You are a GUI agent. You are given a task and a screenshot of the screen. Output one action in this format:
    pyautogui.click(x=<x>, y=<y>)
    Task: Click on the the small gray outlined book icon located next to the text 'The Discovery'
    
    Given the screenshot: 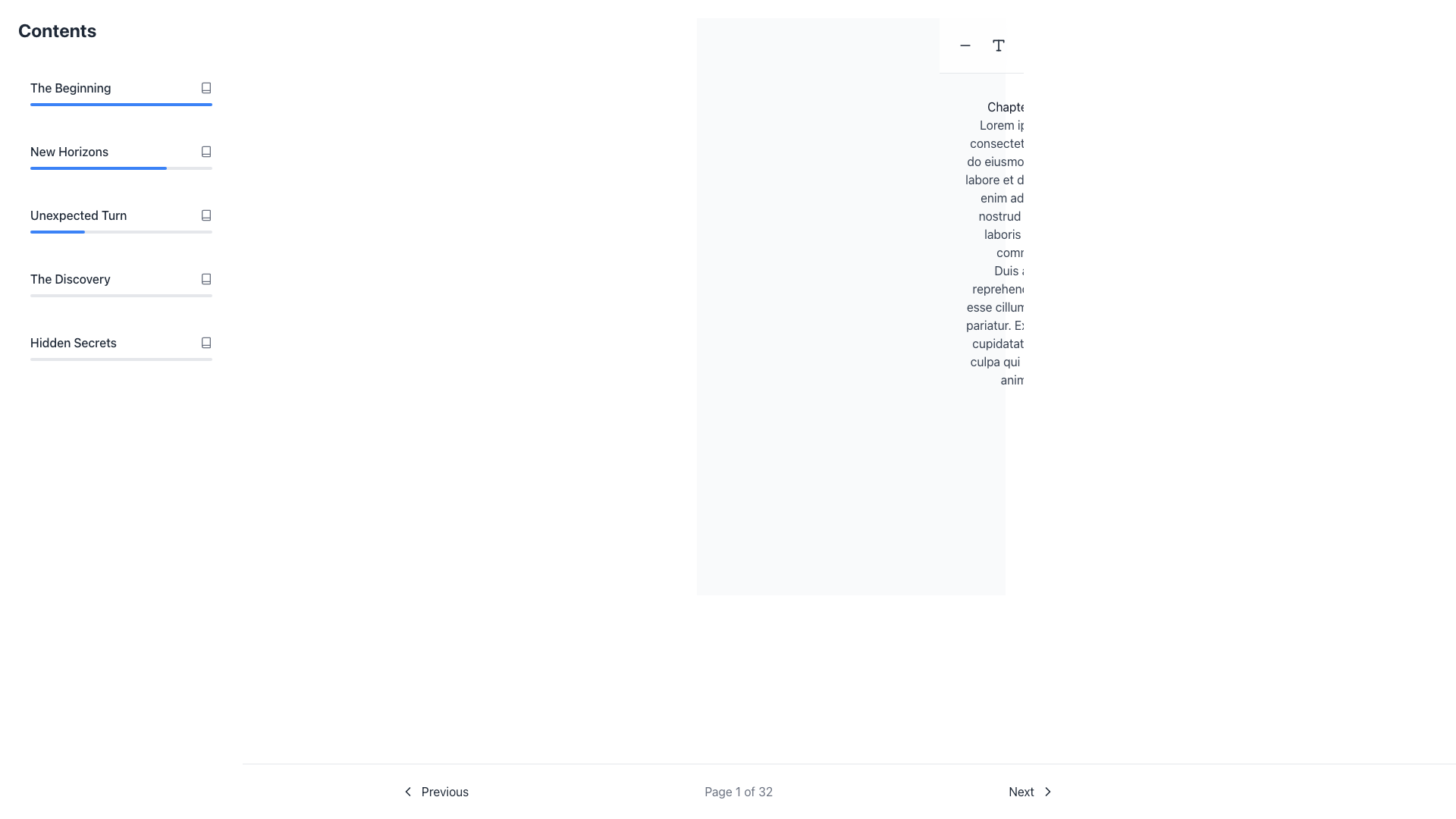 What is the action you would take?
    pyautogui.click(x=206, y=278)
    